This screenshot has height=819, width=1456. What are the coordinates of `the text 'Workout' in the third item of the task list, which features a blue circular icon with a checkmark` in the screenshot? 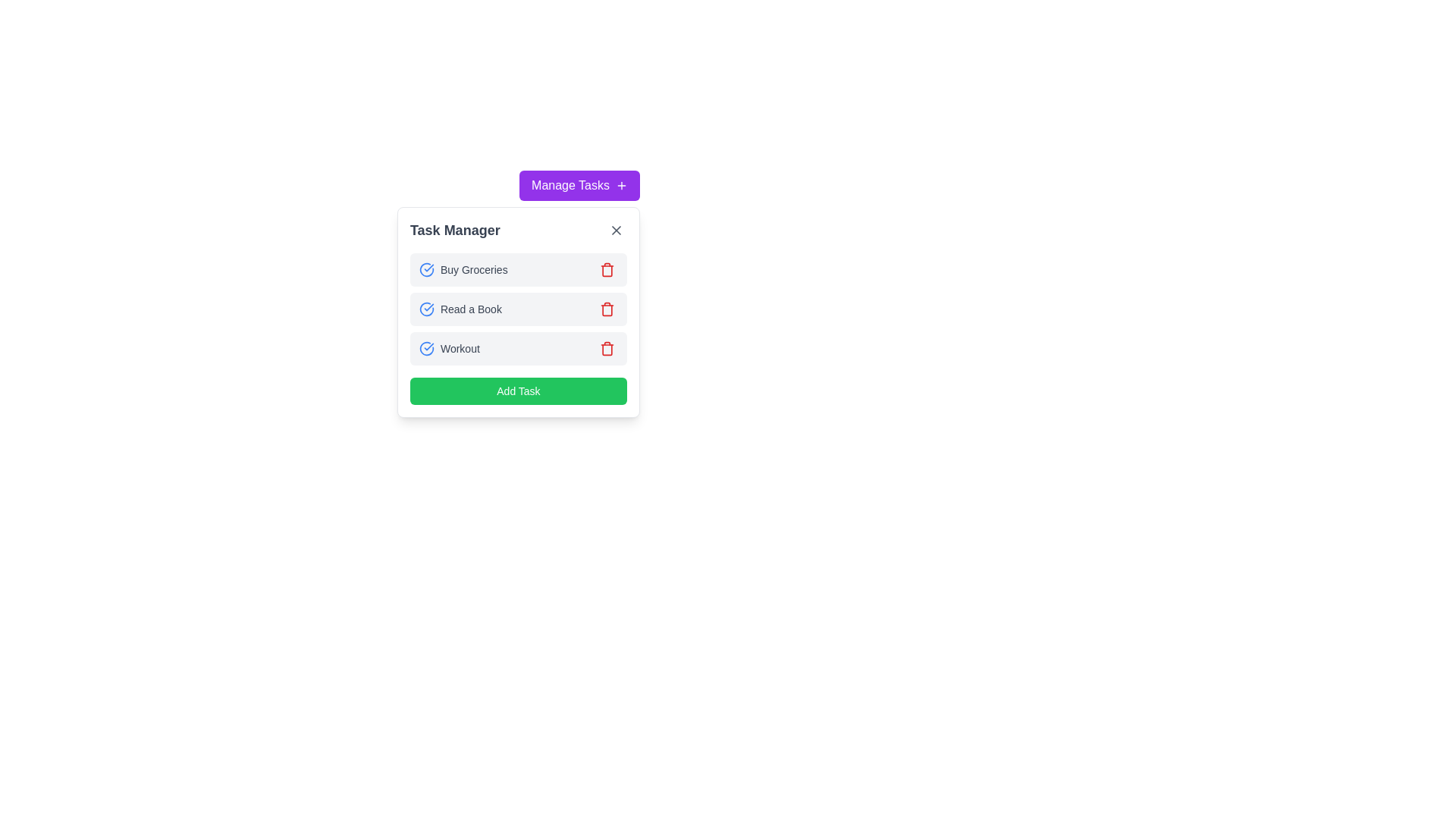 It's located at (448, 348).